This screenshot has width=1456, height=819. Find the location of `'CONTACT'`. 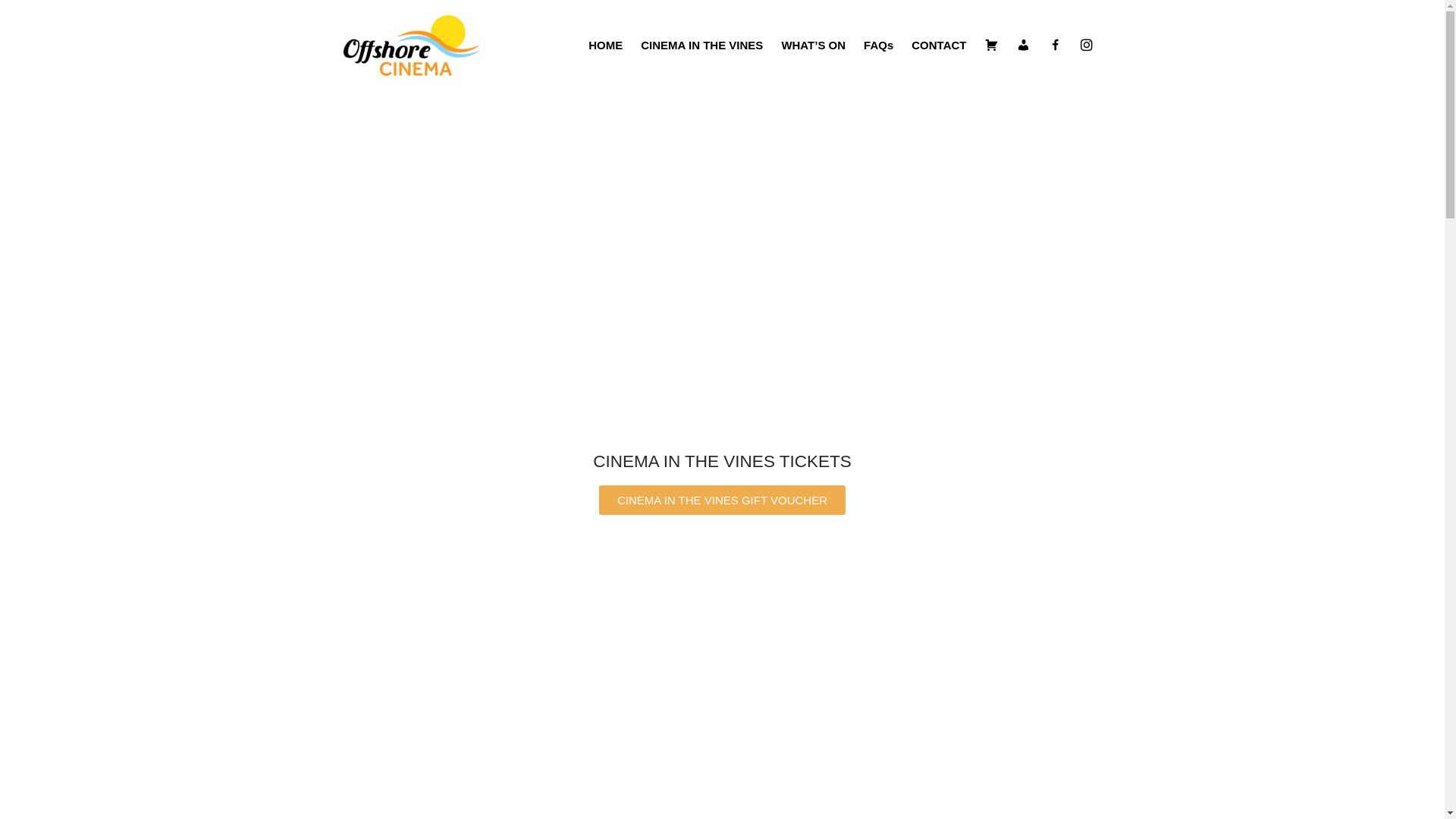

'CONTACT' is located at coordinates (938, 45).